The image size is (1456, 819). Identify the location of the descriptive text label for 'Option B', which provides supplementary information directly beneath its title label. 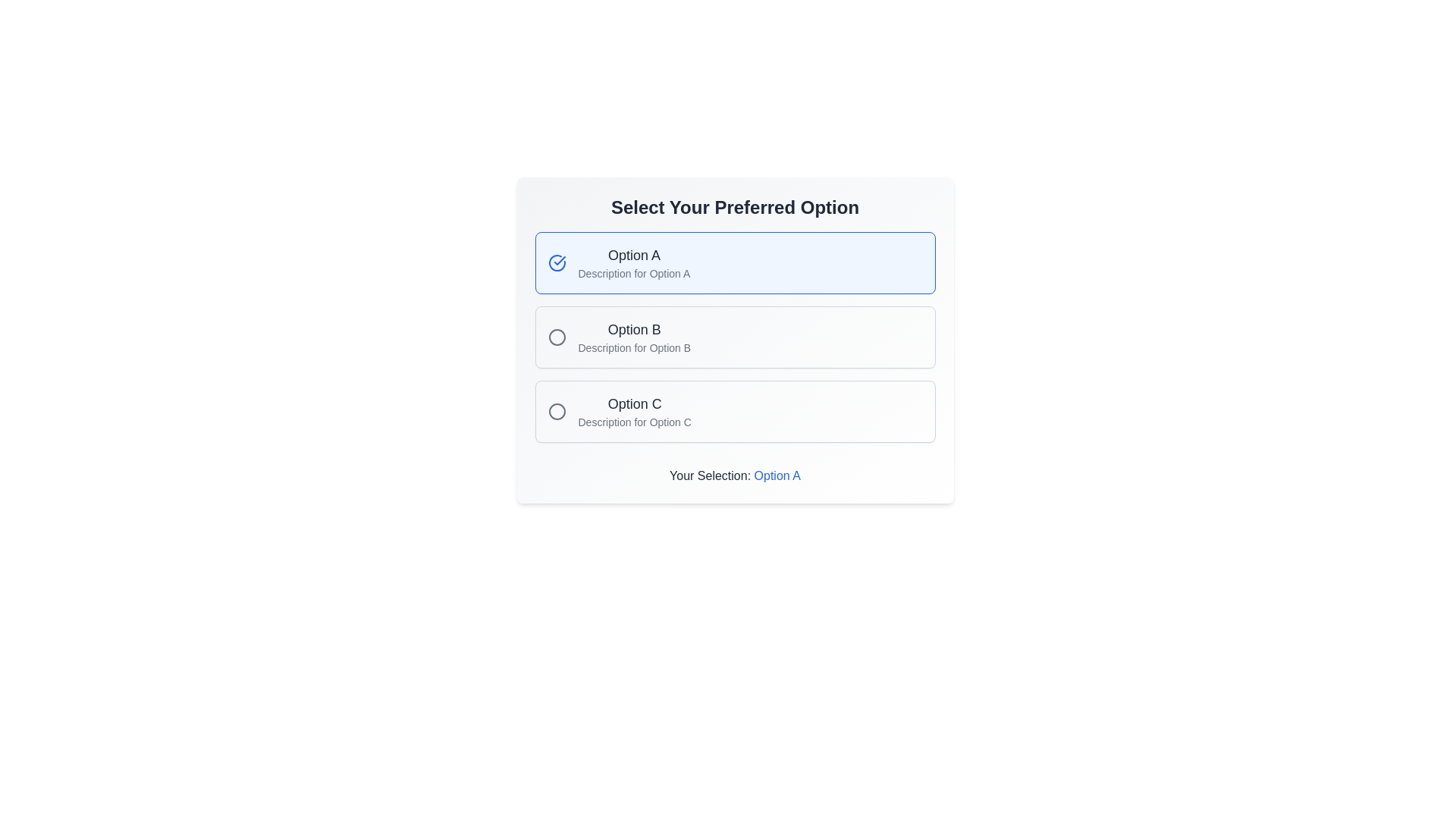
(634, 348).